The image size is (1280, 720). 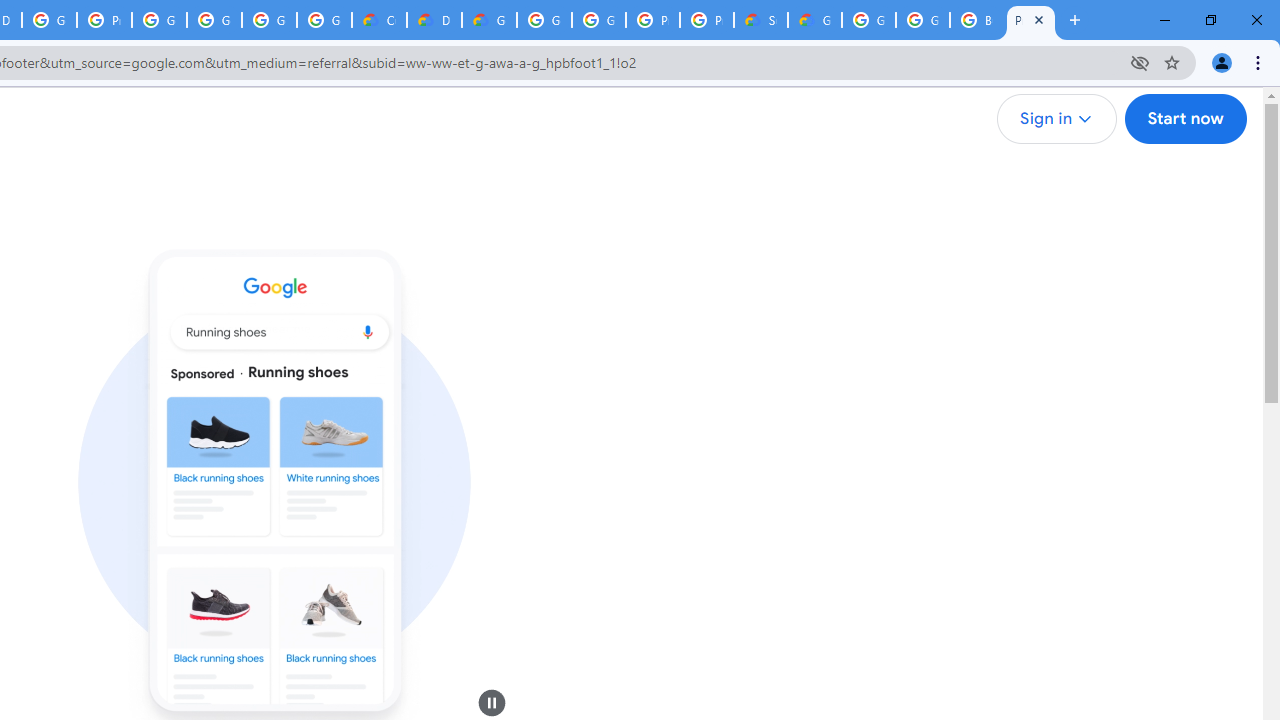 I want to click on 'Google Cloud Service Health', so click(x=815, y=20).